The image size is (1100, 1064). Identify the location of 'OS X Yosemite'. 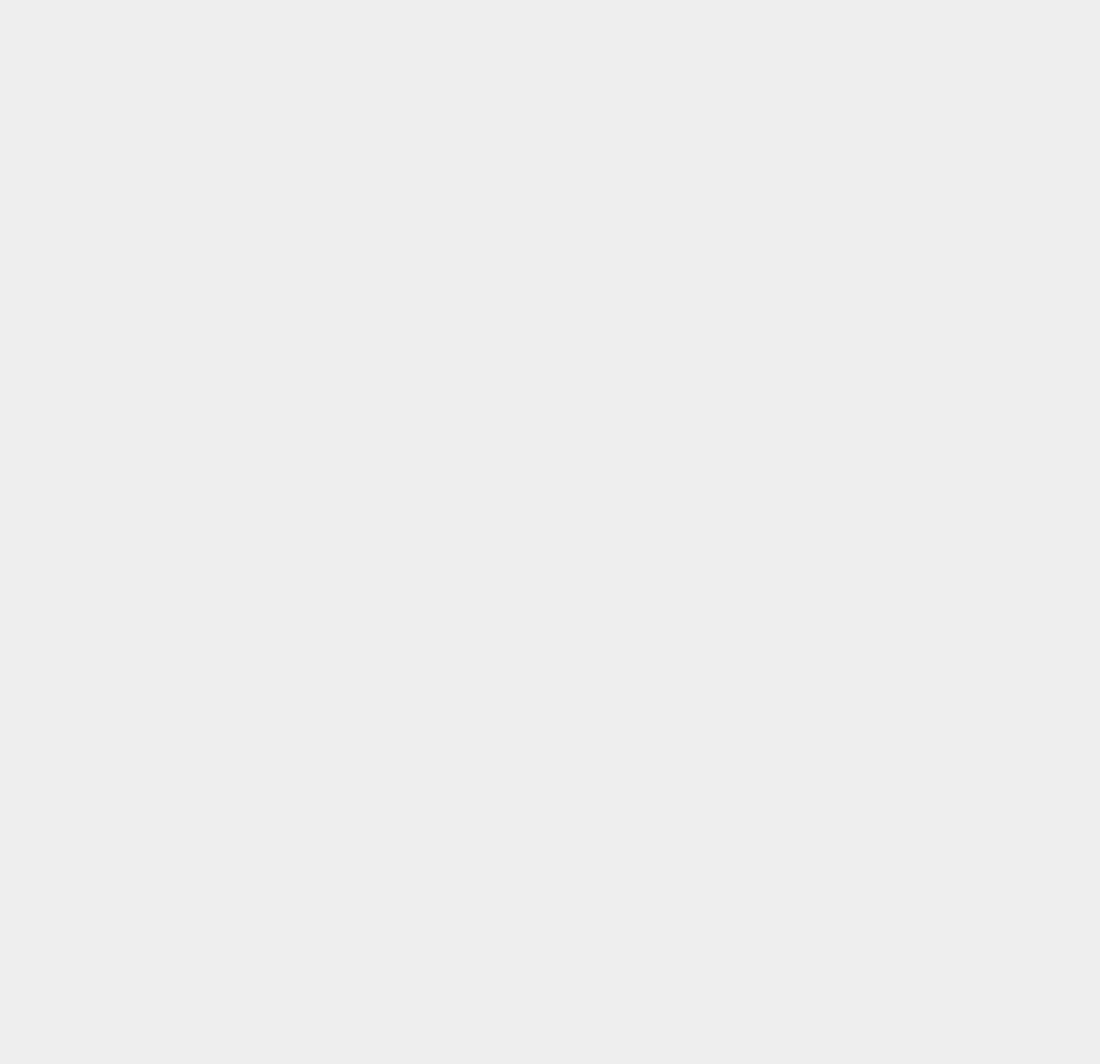
(823, 473).